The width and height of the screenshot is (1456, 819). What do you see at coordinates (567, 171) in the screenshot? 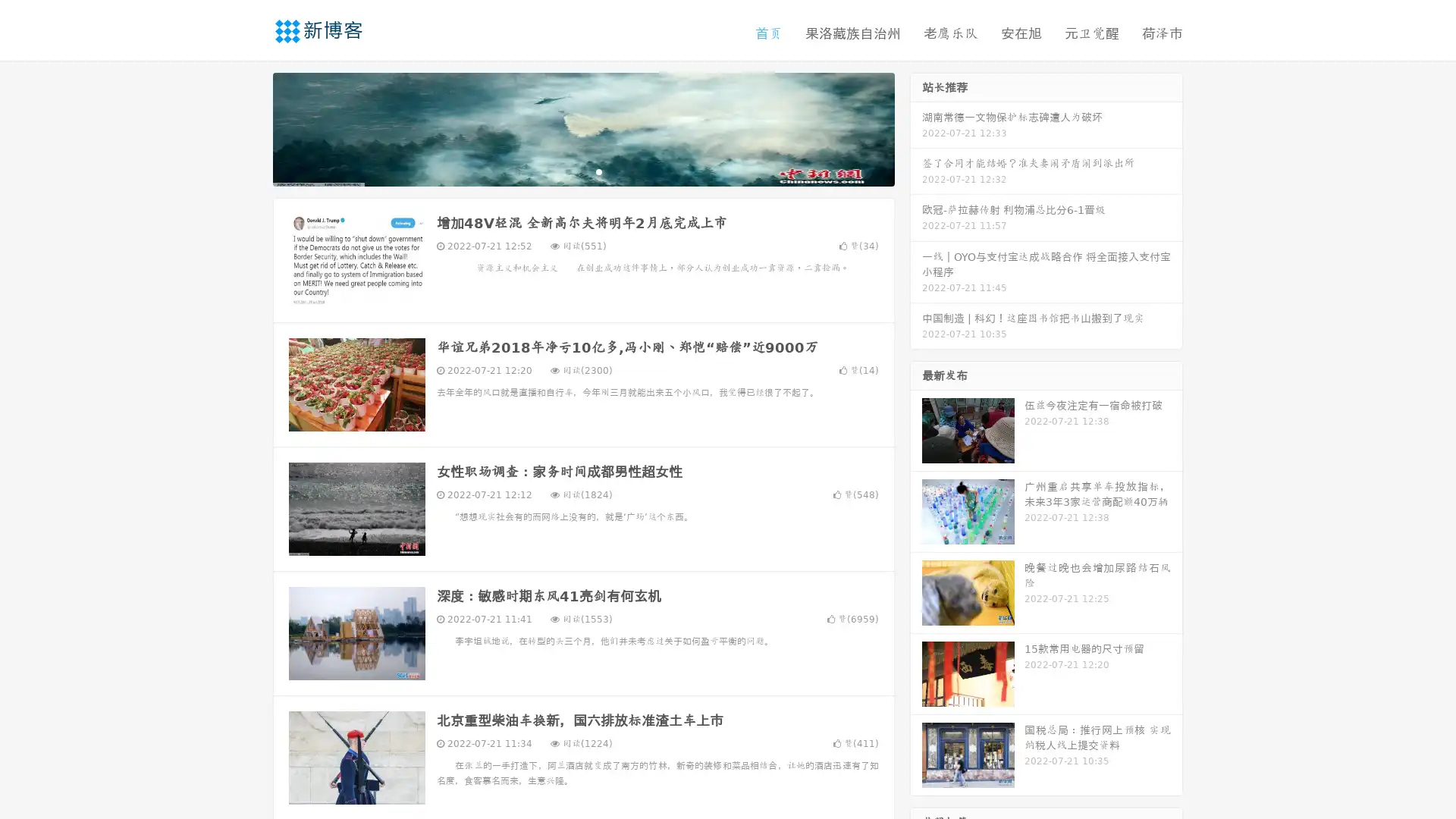
I see `Go to slide 1` at bounding box center [567, 171].